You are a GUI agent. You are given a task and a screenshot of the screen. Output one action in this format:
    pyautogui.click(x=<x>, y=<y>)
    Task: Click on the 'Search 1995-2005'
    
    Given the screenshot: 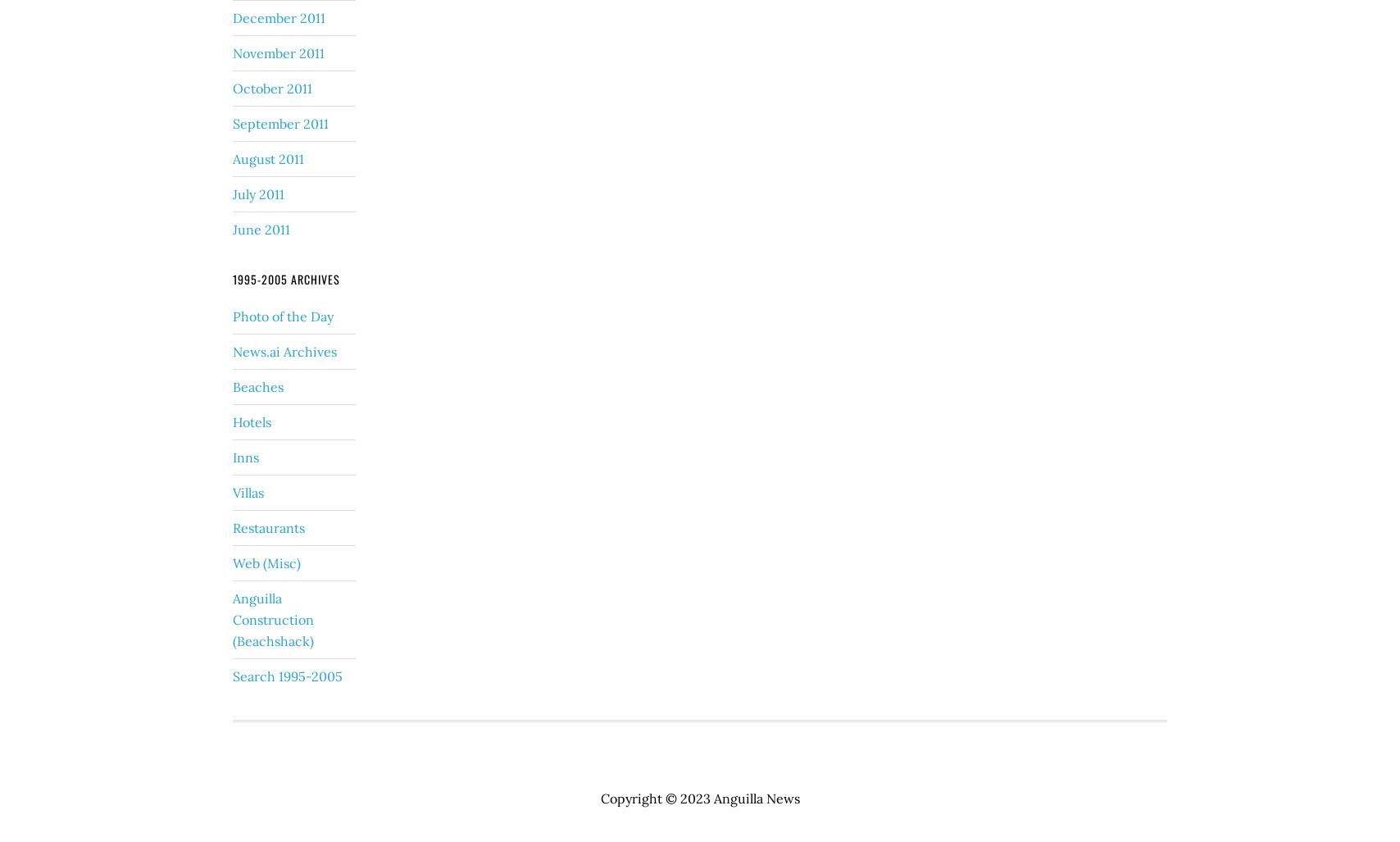 What is the action you would take?
    pyautogui.click(x=287, y=676)
    